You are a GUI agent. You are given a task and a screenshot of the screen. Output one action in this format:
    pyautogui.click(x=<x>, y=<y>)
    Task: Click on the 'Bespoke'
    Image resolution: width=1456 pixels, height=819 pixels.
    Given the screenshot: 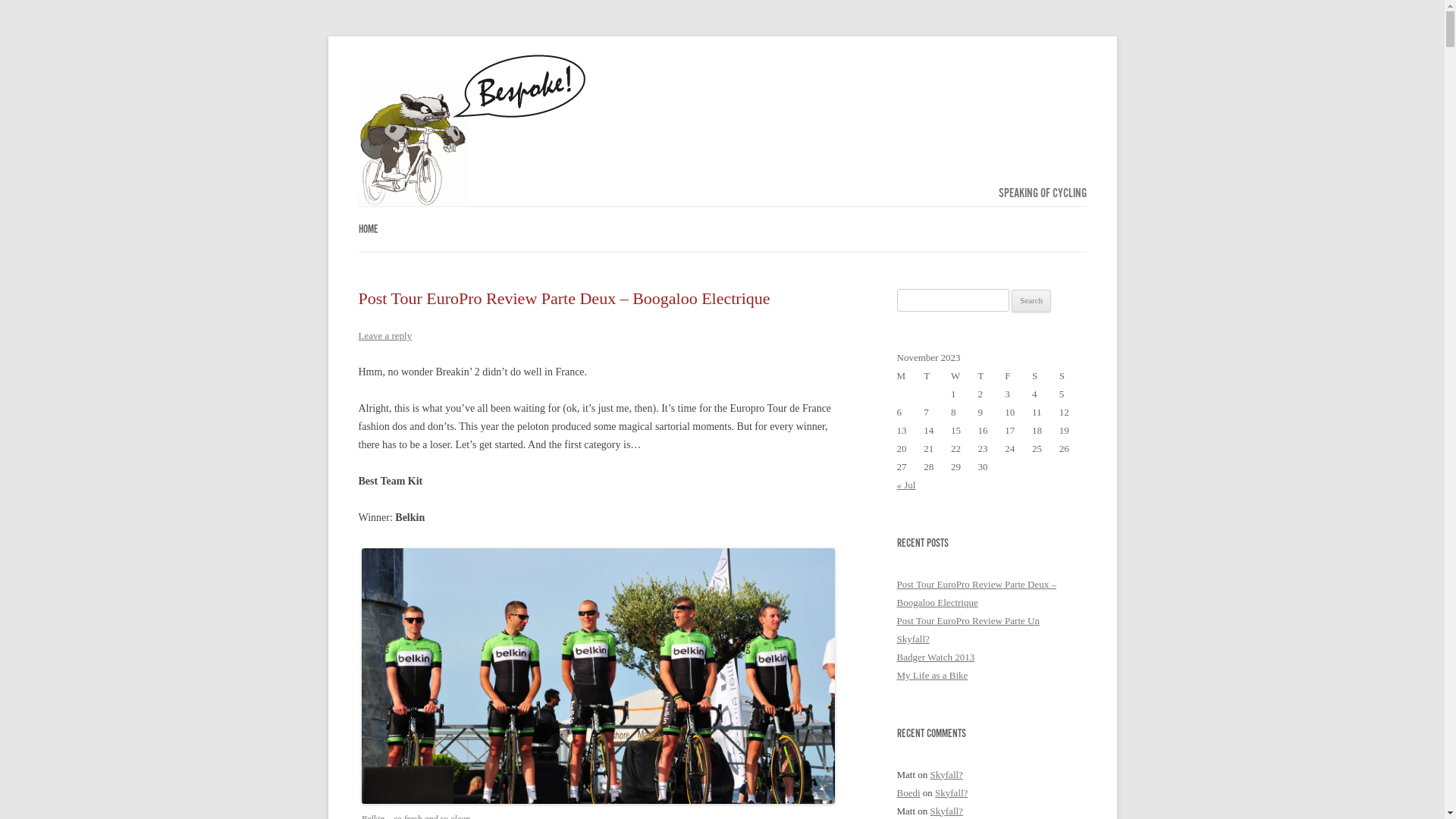 What is the action you would take?
    pyautogui.click(x=471, y=130)
    